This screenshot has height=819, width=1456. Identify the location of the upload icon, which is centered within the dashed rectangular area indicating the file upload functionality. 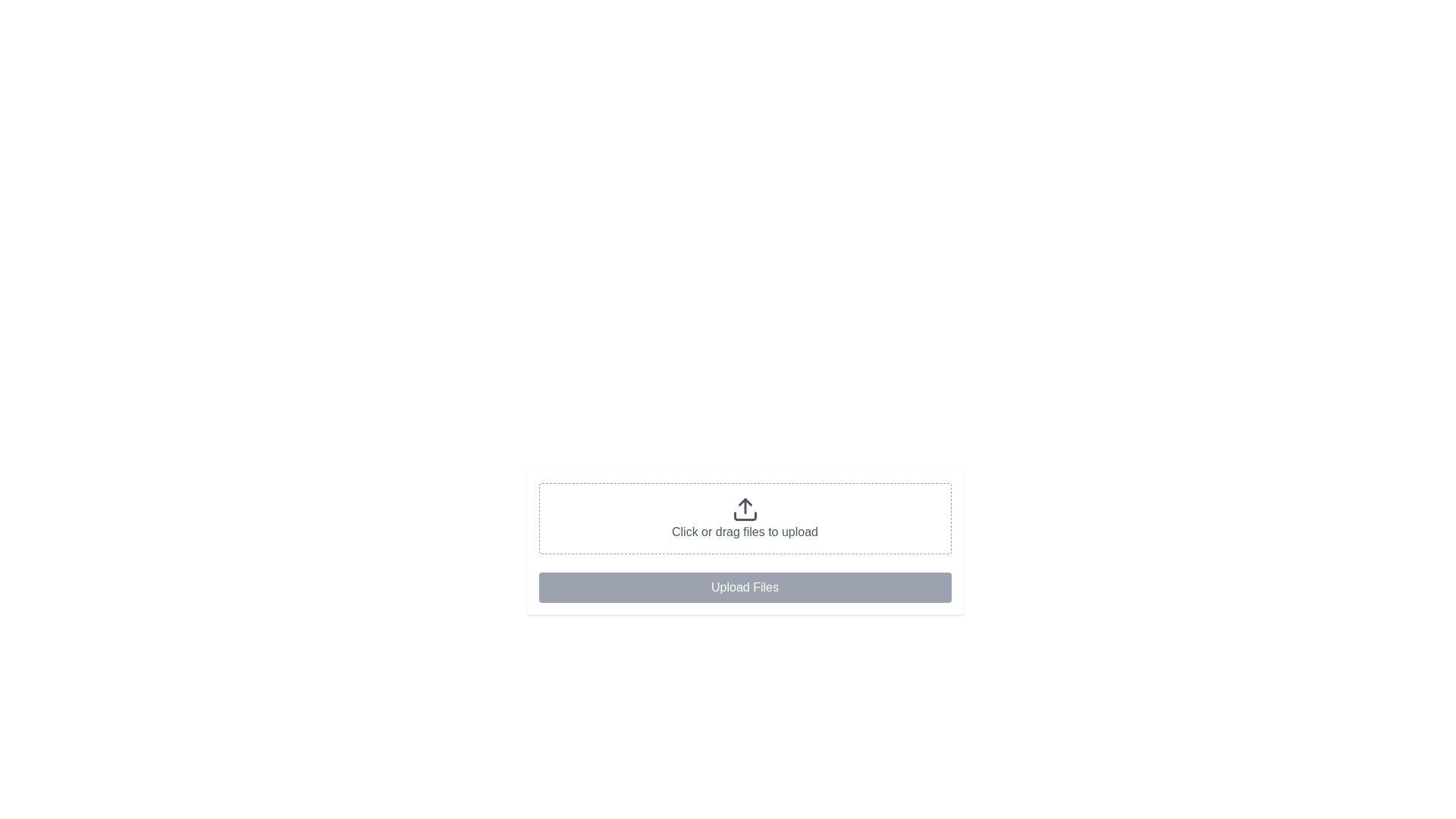
(745, 509).